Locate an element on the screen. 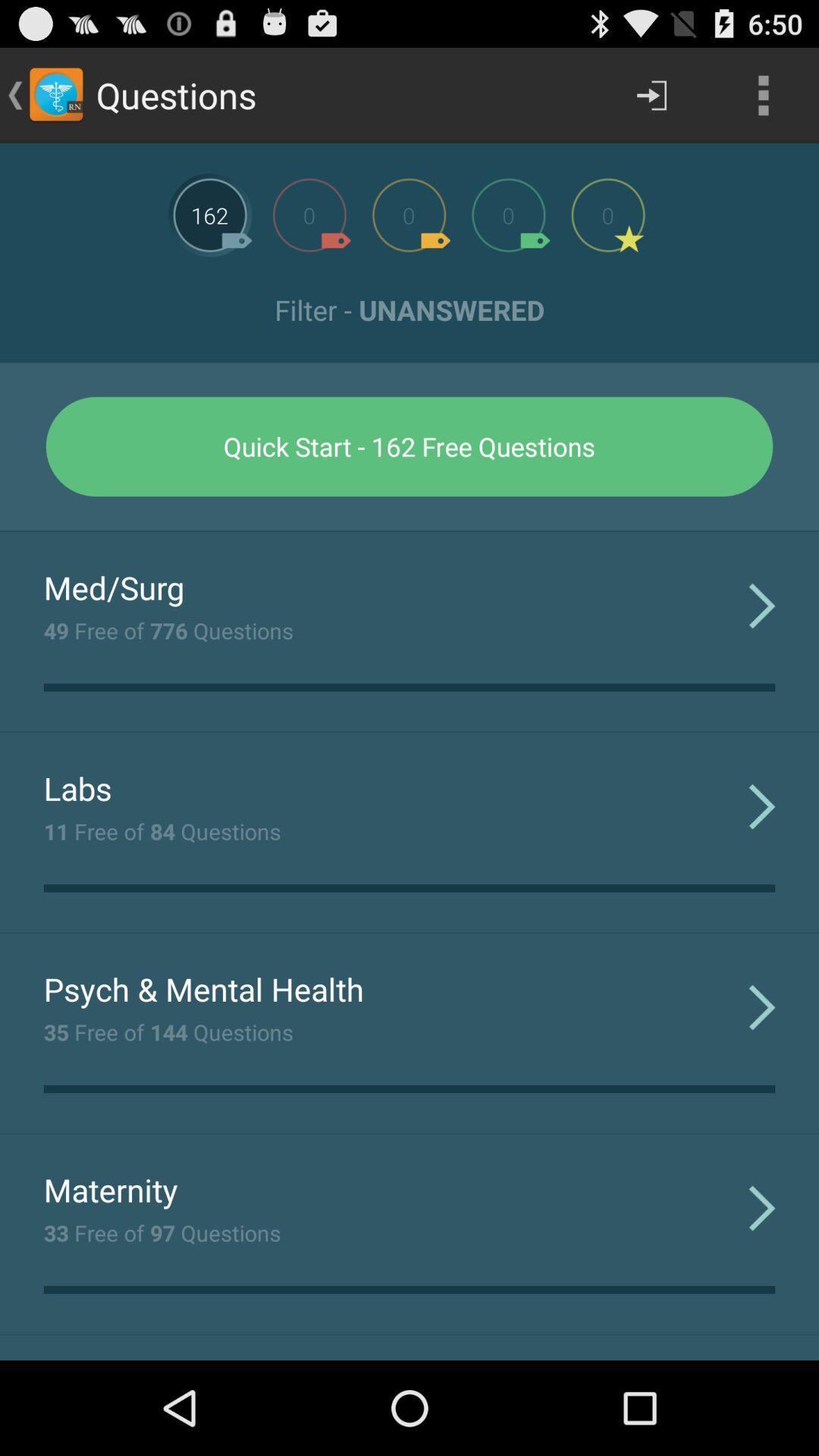 The image size is (819, 1456). labs item is located at coordinates (77, 788).